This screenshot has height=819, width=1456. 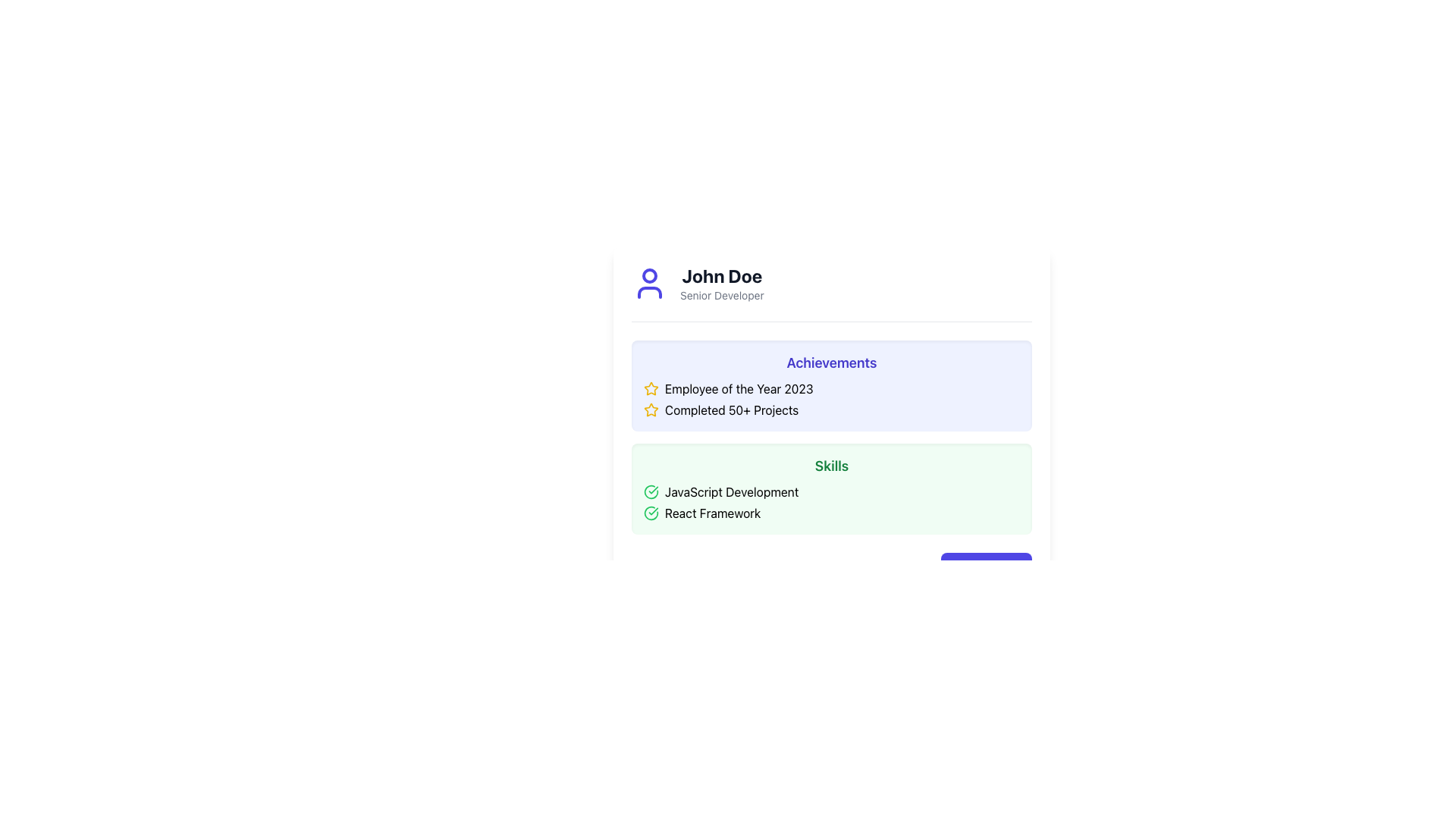 What do you see at coordinates (721, 295) in the screenshot?
I see `the 'Senior Developer' label, which is displayed in a smaller gray font directly below the 'John Doe' name text` at bounding box center [721, 295].